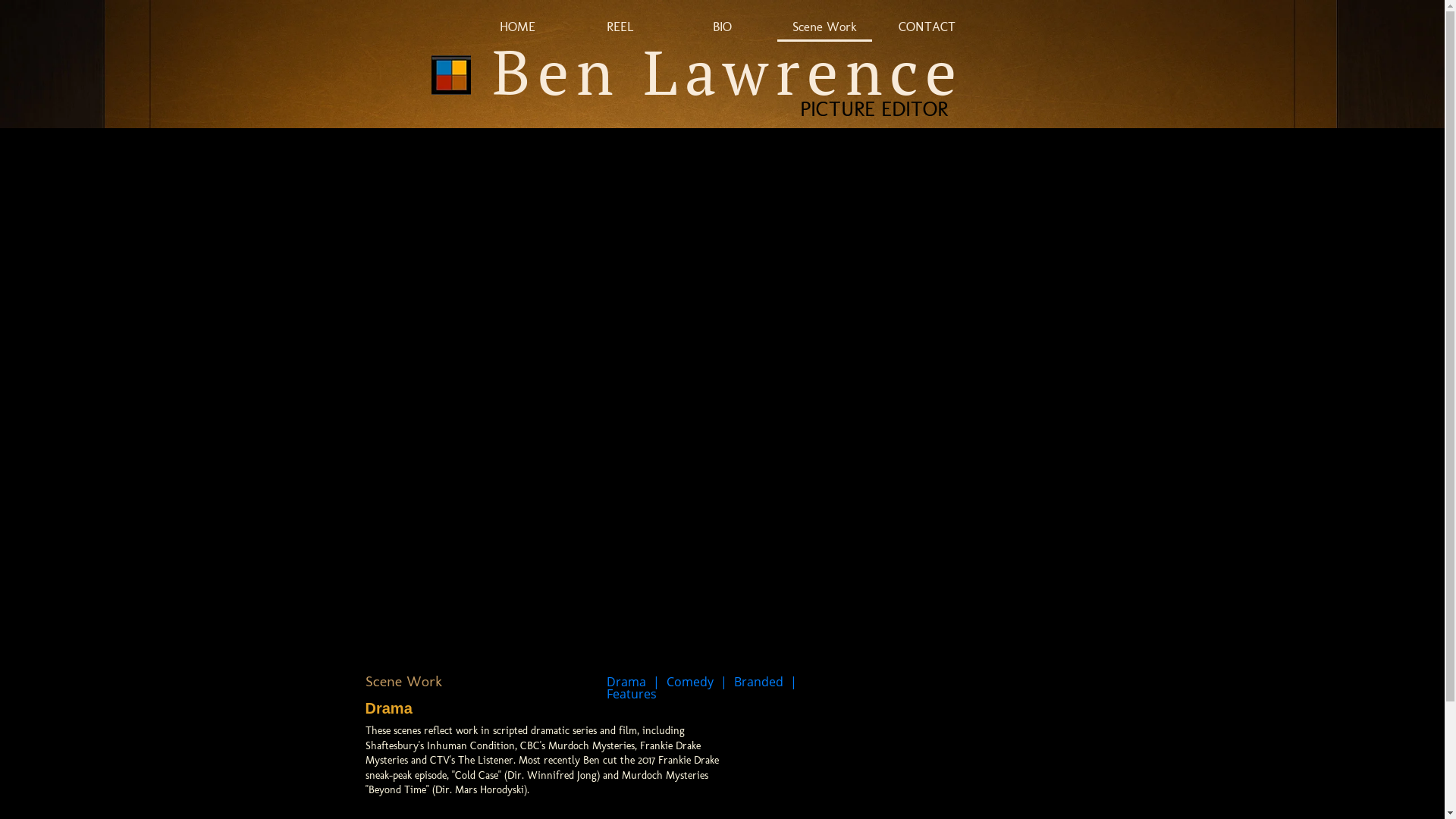  Describe the element at coordinates (626, 680) in the screenshot. I see `'Drama'` at that location.